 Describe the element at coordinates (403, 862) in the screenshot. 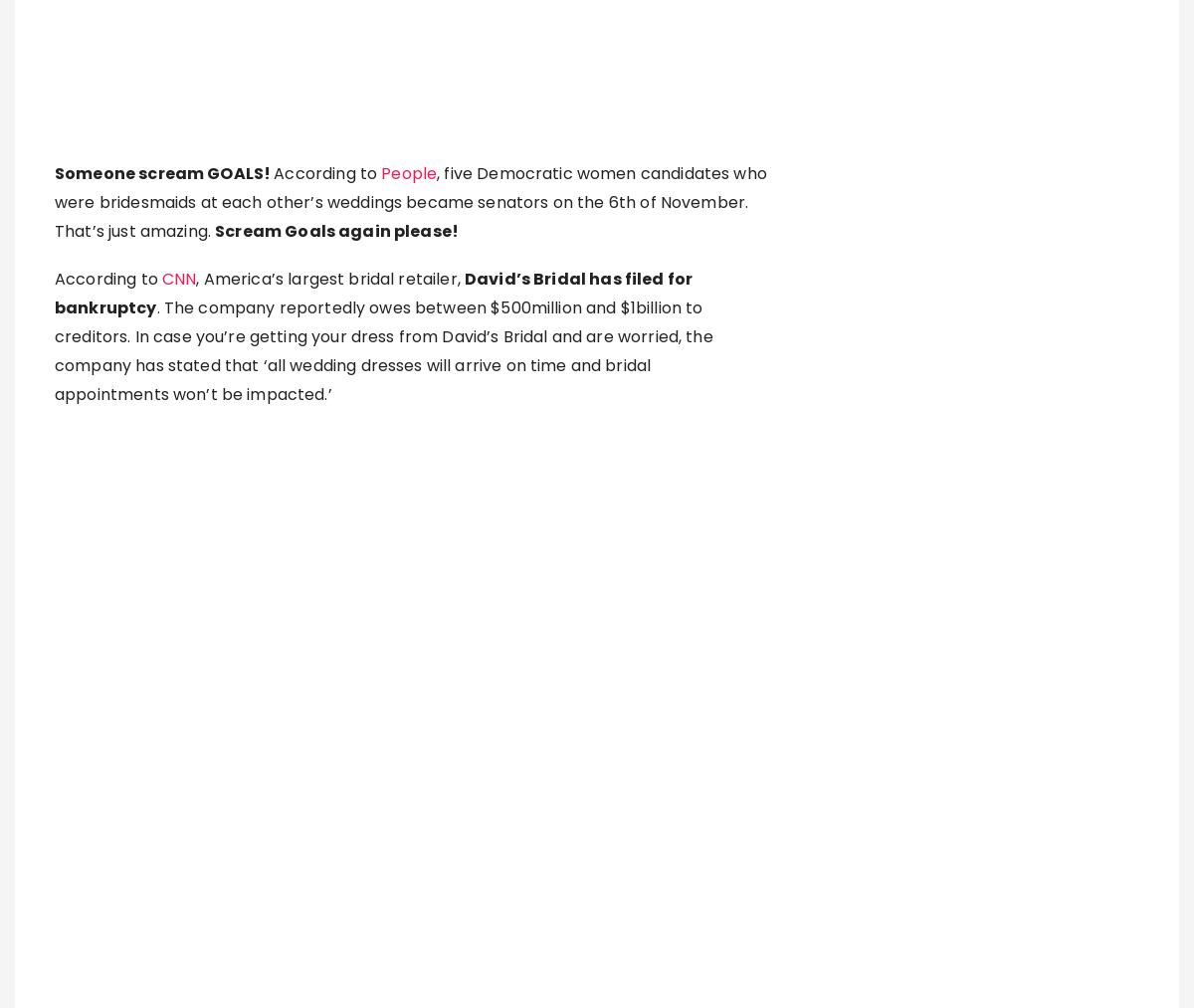

I see `'at the airport last week got married within the same week. According to reports, it was Chris’ first time in Nigeria and his bride welcomed him with a Yes to his proposal to confirm the date for their wedding. Congrats to the couple'` at that location.